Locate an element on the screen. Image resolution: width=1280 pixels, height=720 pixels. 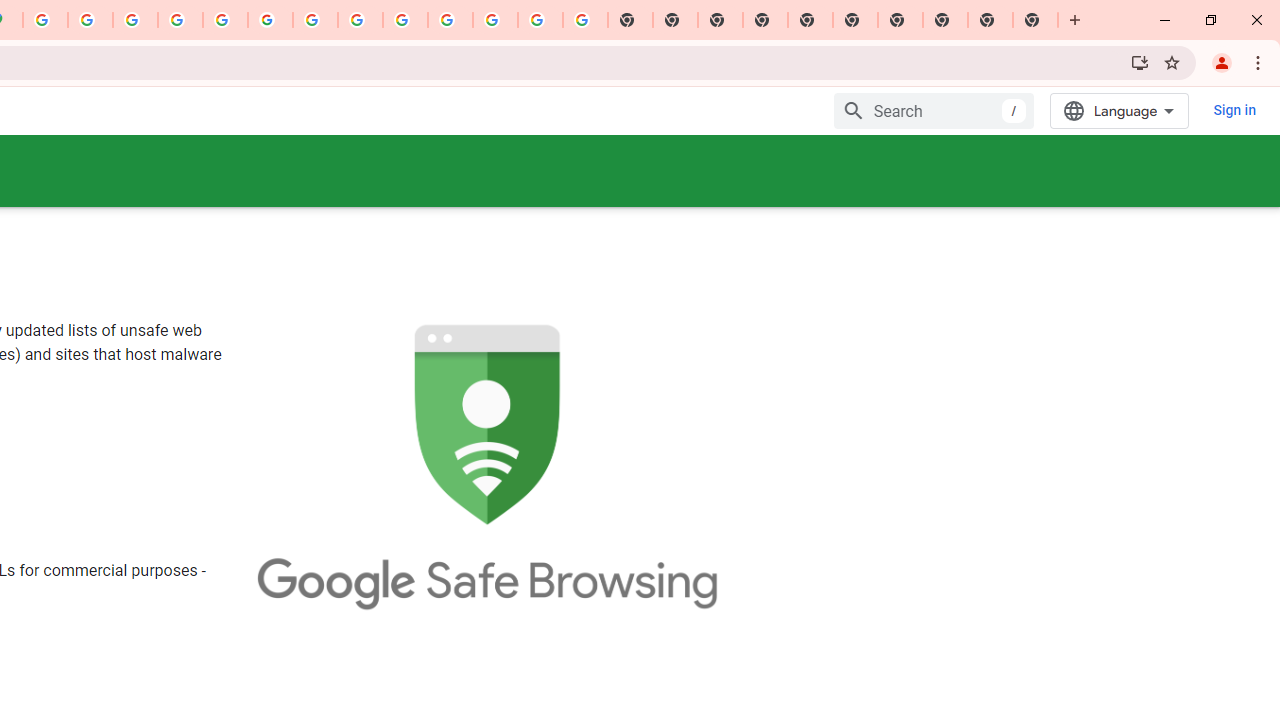
'Privacy Help Center - Policies Help' is located at coordinates (134, 20).